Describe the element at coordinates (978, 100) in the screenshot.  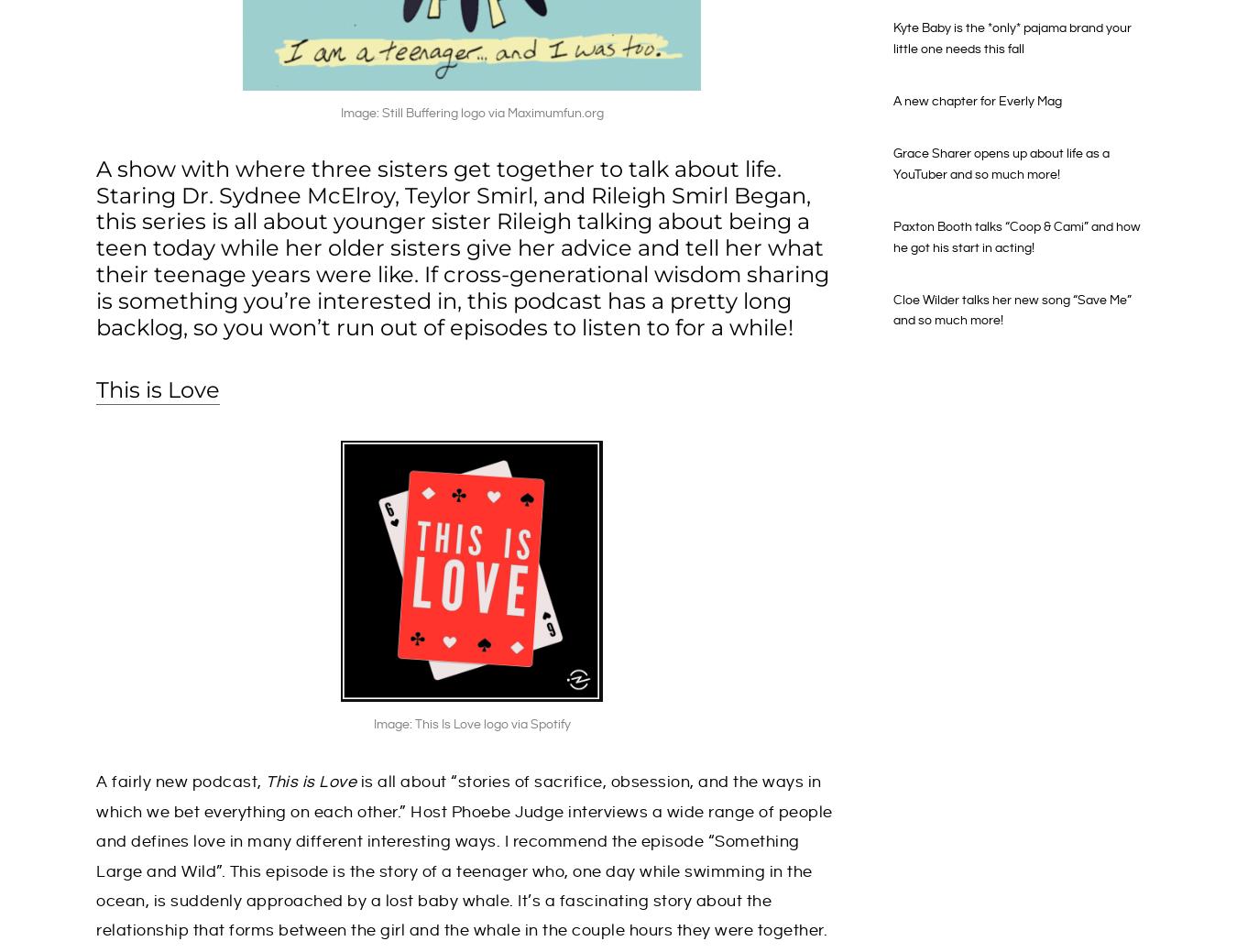
I see `'A new chapter for Everly Mag'` at that location.